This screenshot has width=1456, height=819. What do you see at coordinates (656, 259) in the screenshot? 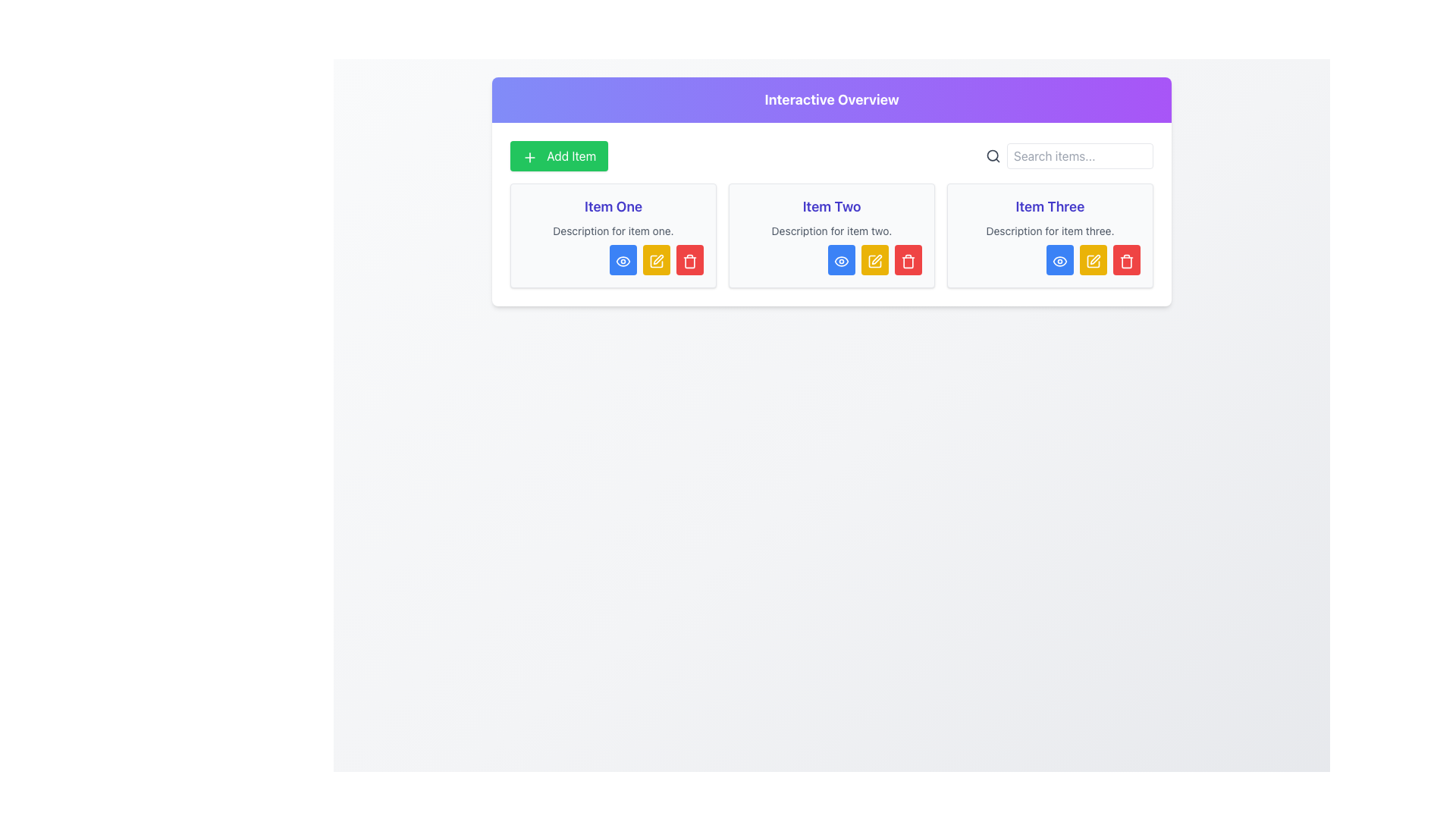
I see `the 'edit' action button located between the blue 'eye' button and the red 'trash' button under 'Item One'` at bounding box center [656, 259].